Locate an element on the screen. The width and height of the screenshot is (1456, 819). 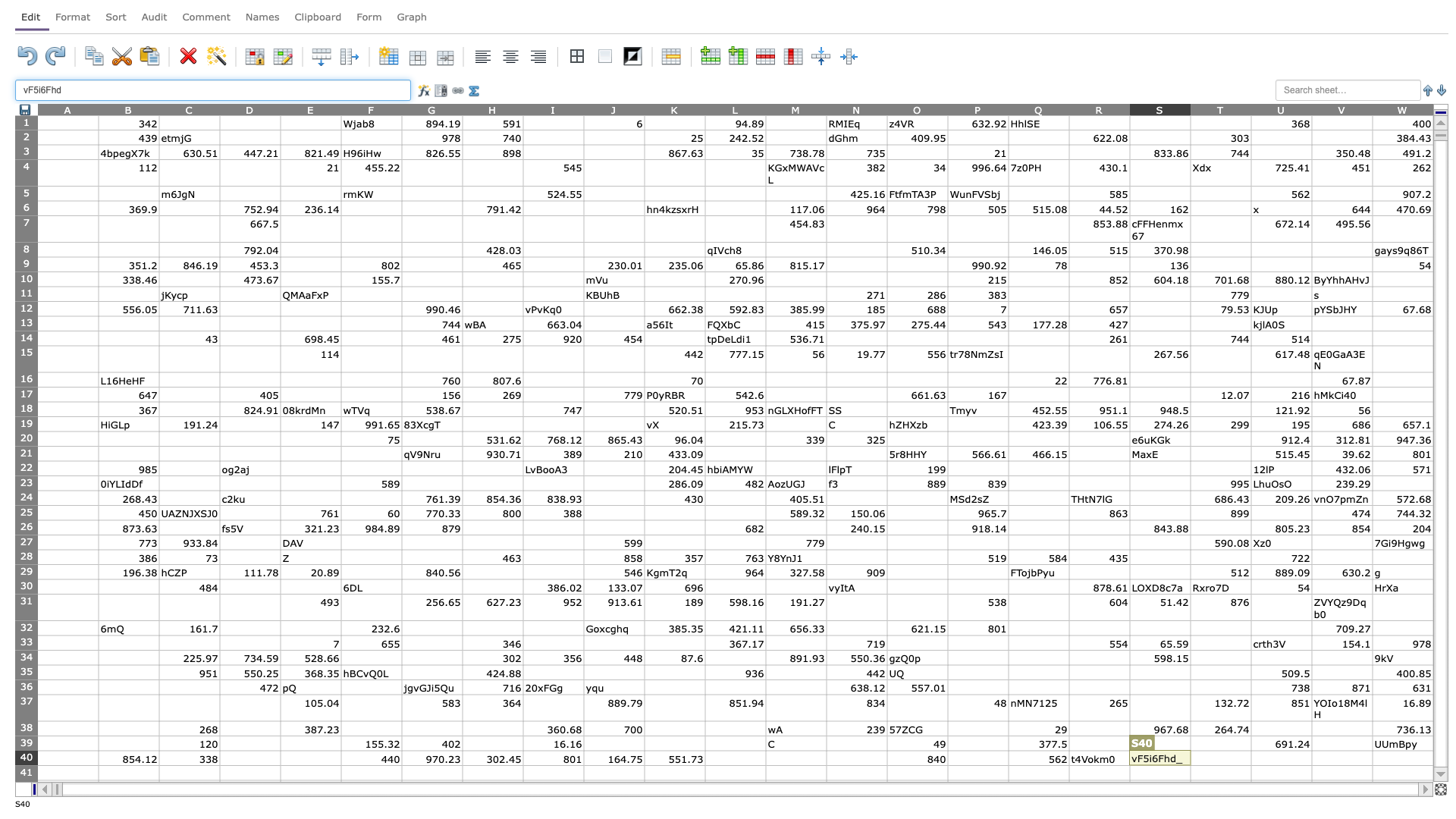
Left margin of T40 is located at coordinates (1189, 758).